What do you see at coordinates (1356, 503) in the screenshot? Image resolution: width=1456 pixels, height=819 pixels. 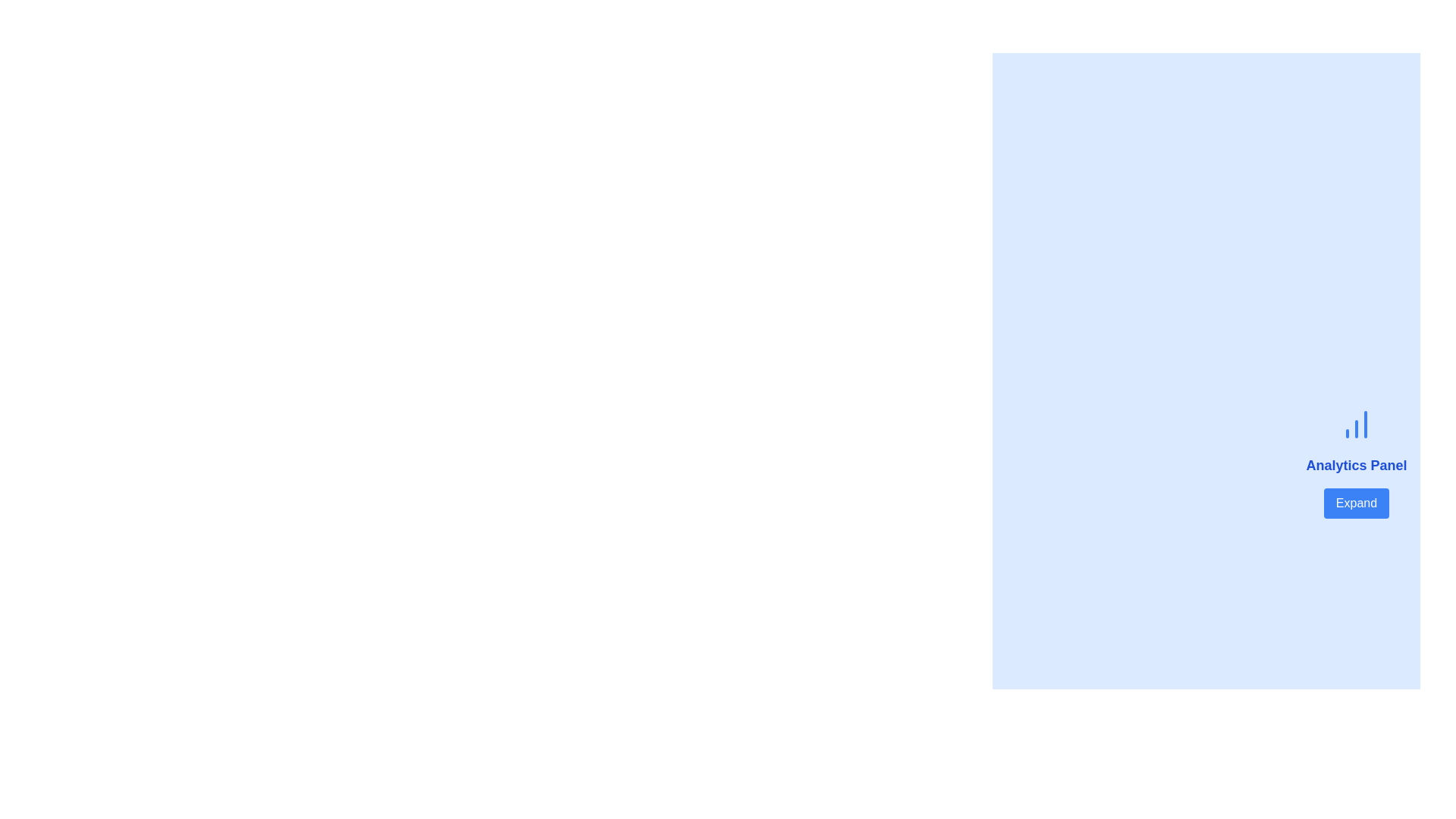 I see `the button located at the bottom of the 'Analytics Panel' section` at bounding box center [1356, 503].